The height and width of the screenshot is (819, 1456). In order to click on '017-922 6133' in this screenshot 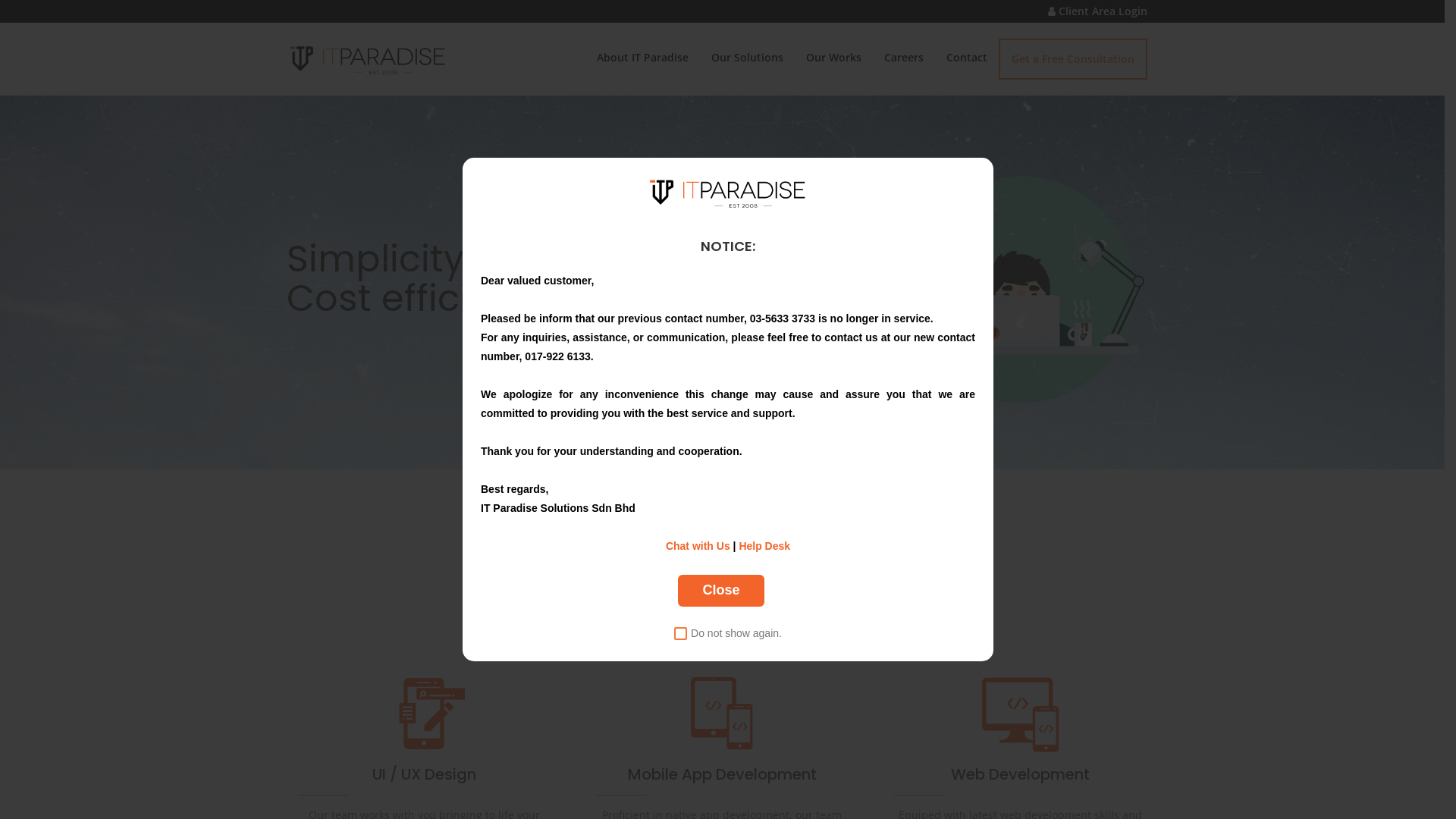, I will do `click(556, 356)`.